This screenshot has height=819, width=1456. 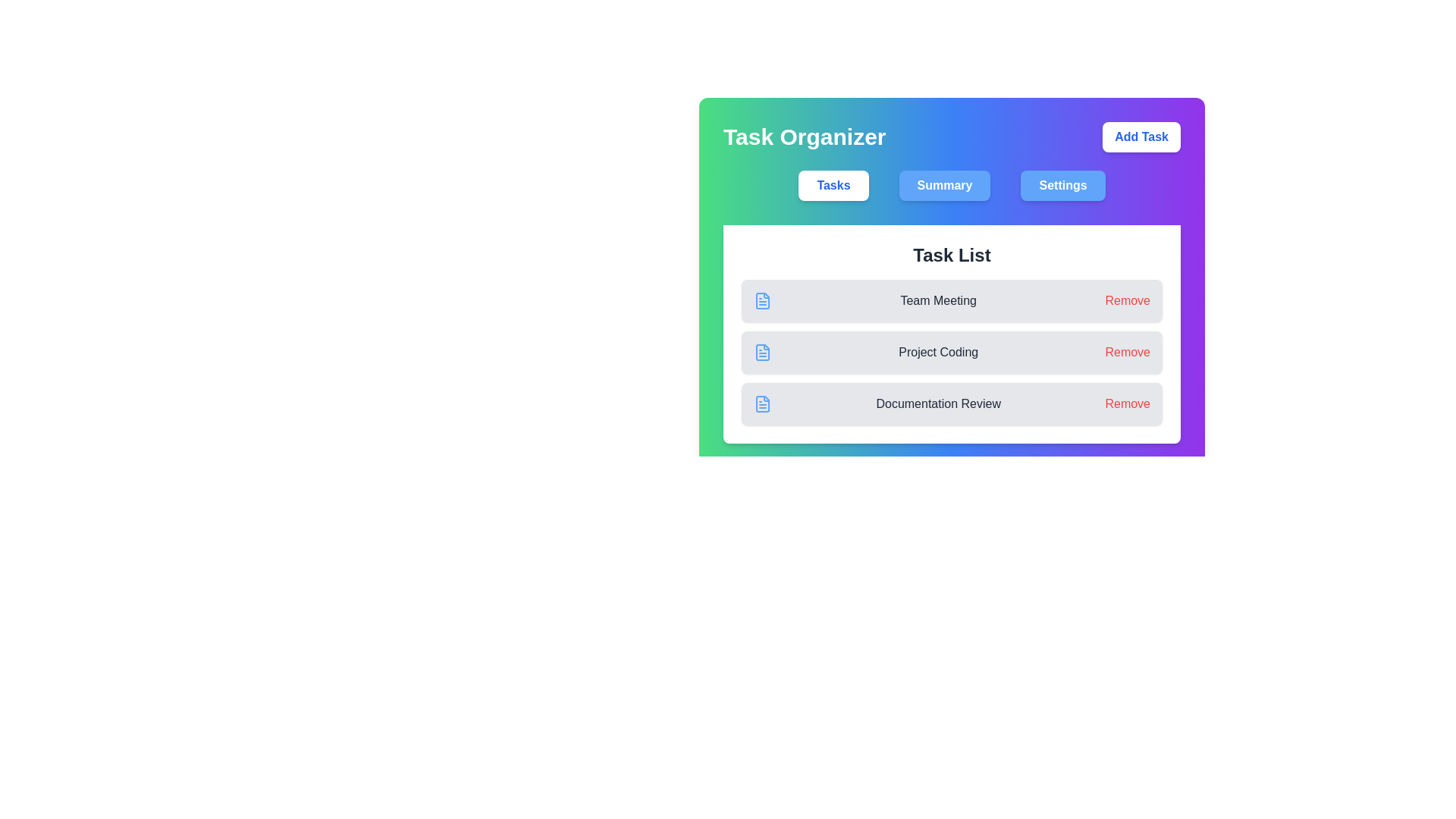 I want to click on the 'Summary' button, which is a rectangular button with a blue background and white text, so click(x=944, y=185).